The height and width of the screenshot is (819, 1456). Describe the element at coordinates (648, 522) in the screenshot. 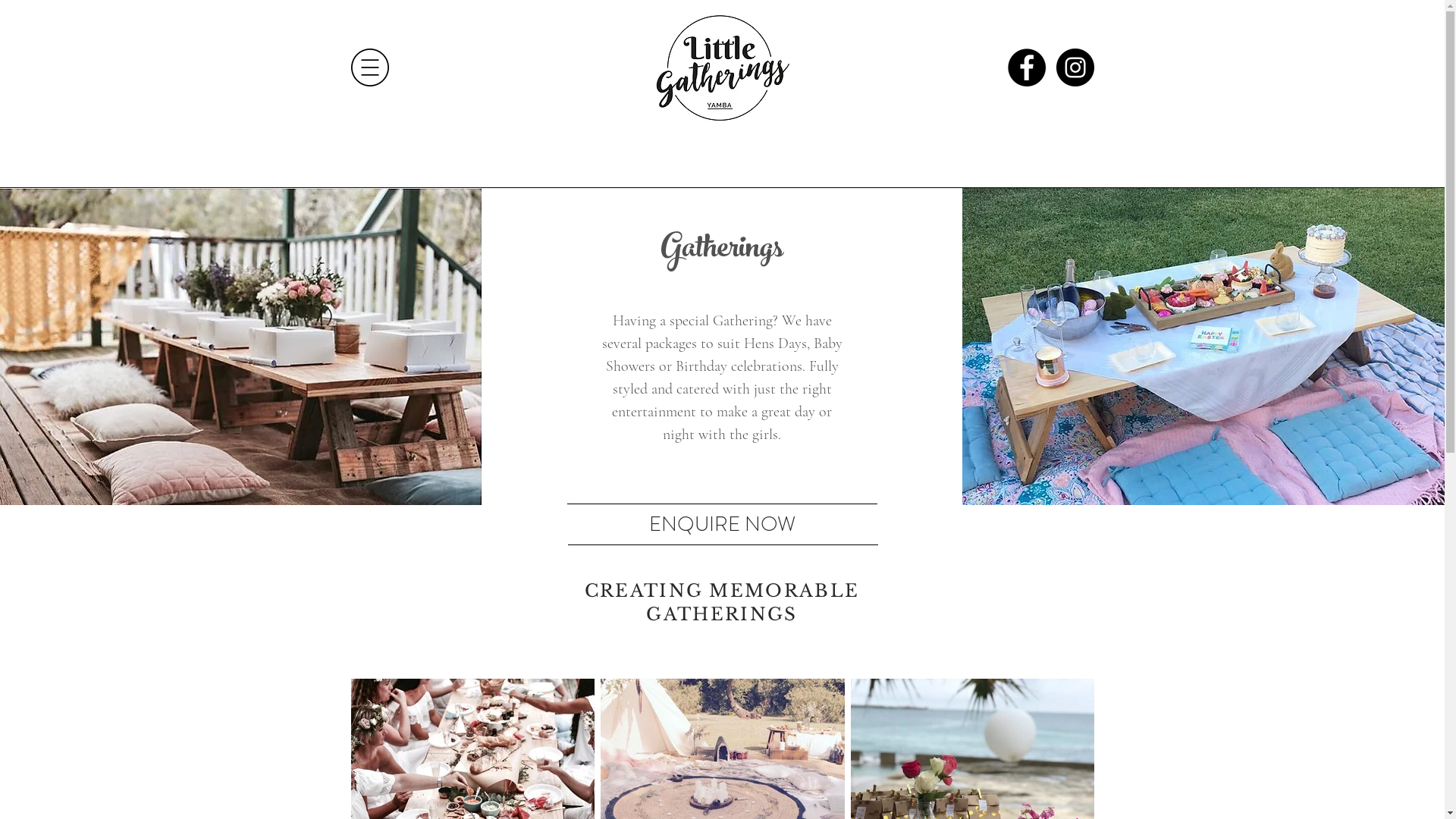

I see `'ENQUIRE NOW'` at that location.